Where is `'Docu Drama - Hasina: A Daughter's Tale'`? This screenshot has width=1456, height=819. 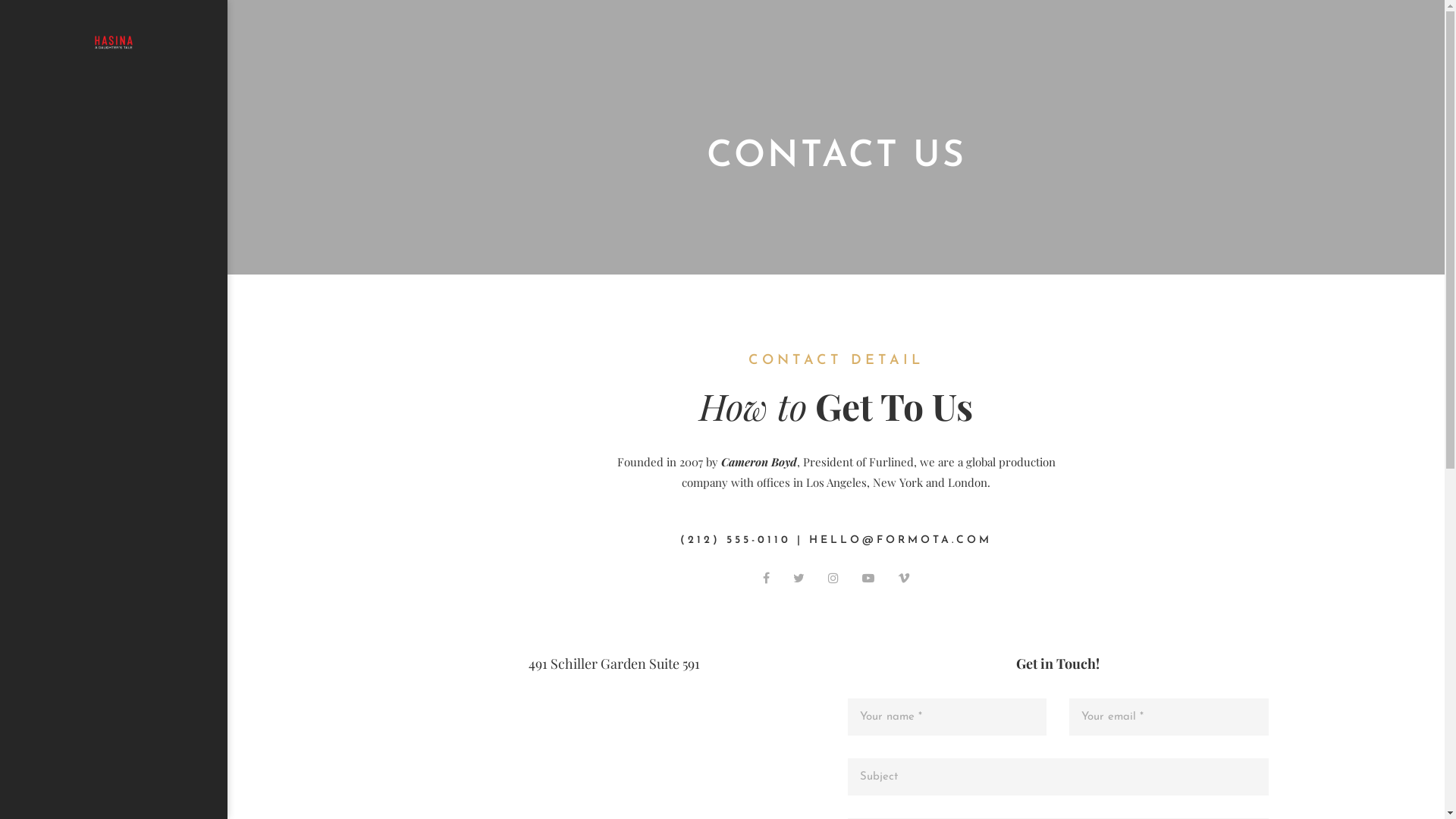
'Docu Drama - Hasina: A Daughter's Tale' is located at coordinates (112, 41).